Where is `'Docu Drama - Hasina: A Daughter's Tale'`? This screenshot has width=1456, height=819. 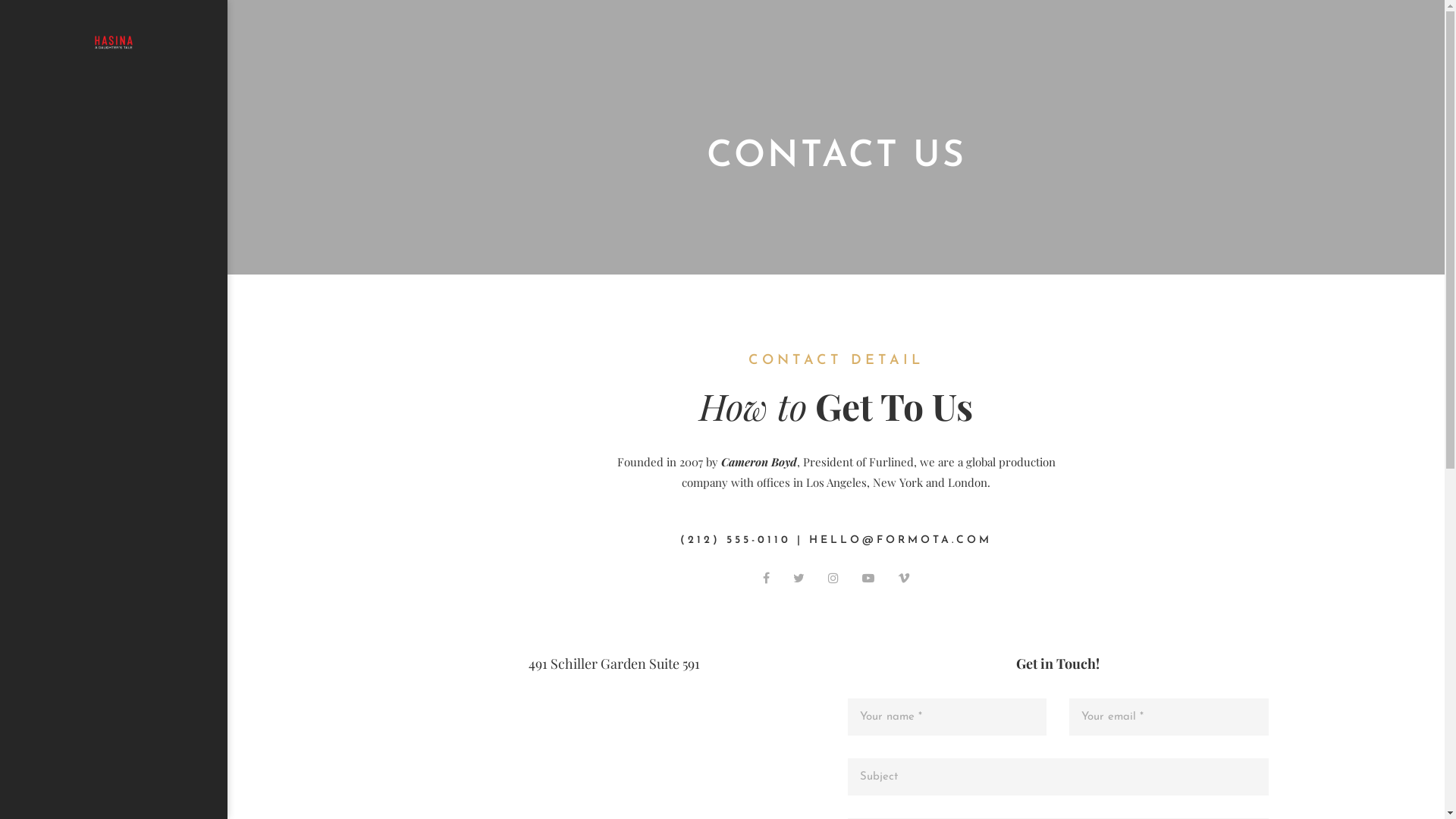
'Docu Drama - Hasina: A Daughter's Tale' is located at coordinates (112, 41).